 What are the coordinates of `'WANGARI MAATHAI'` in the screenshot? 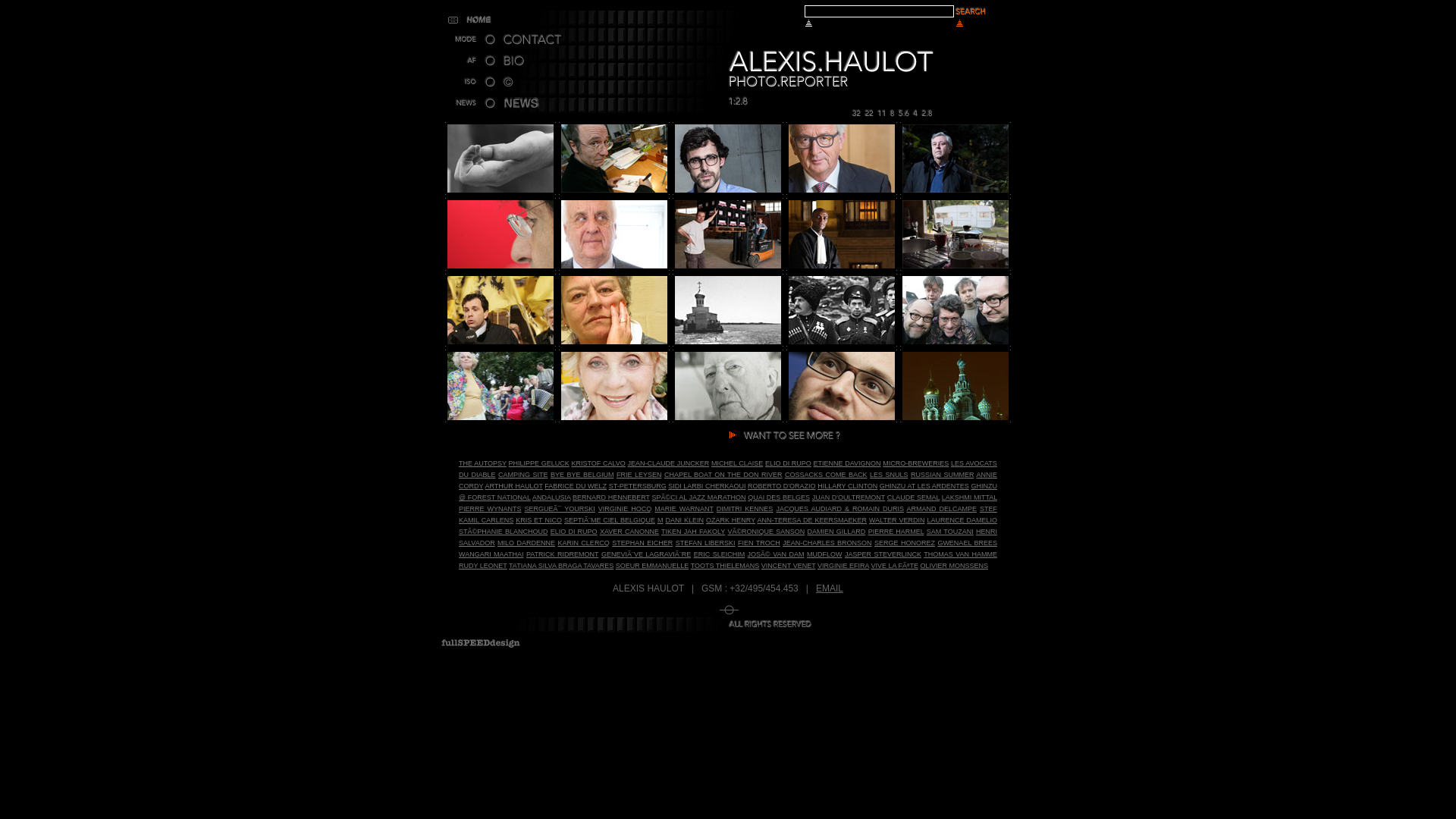 It's located at (491, 554).